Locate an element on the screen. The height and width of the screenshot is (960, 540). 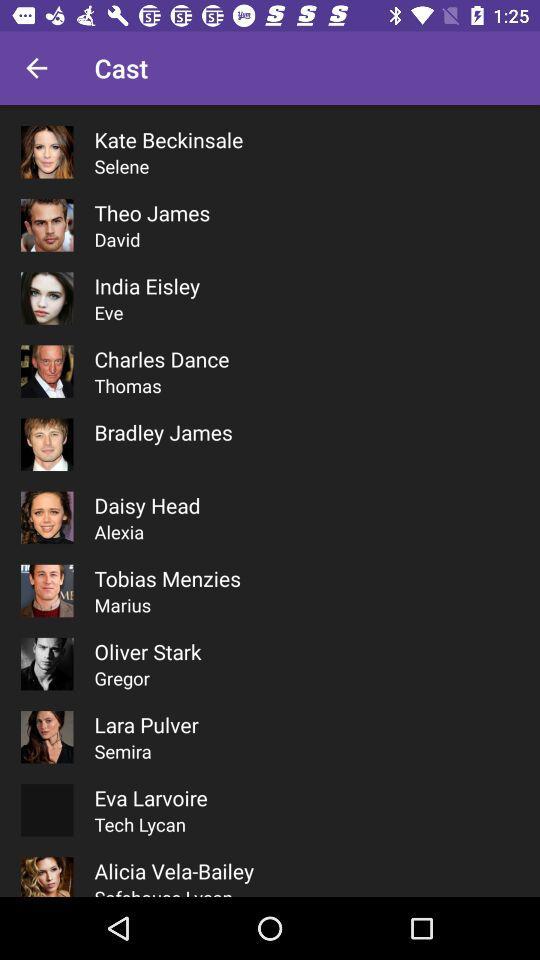
item below the cast is located at coordinates (167, 138).